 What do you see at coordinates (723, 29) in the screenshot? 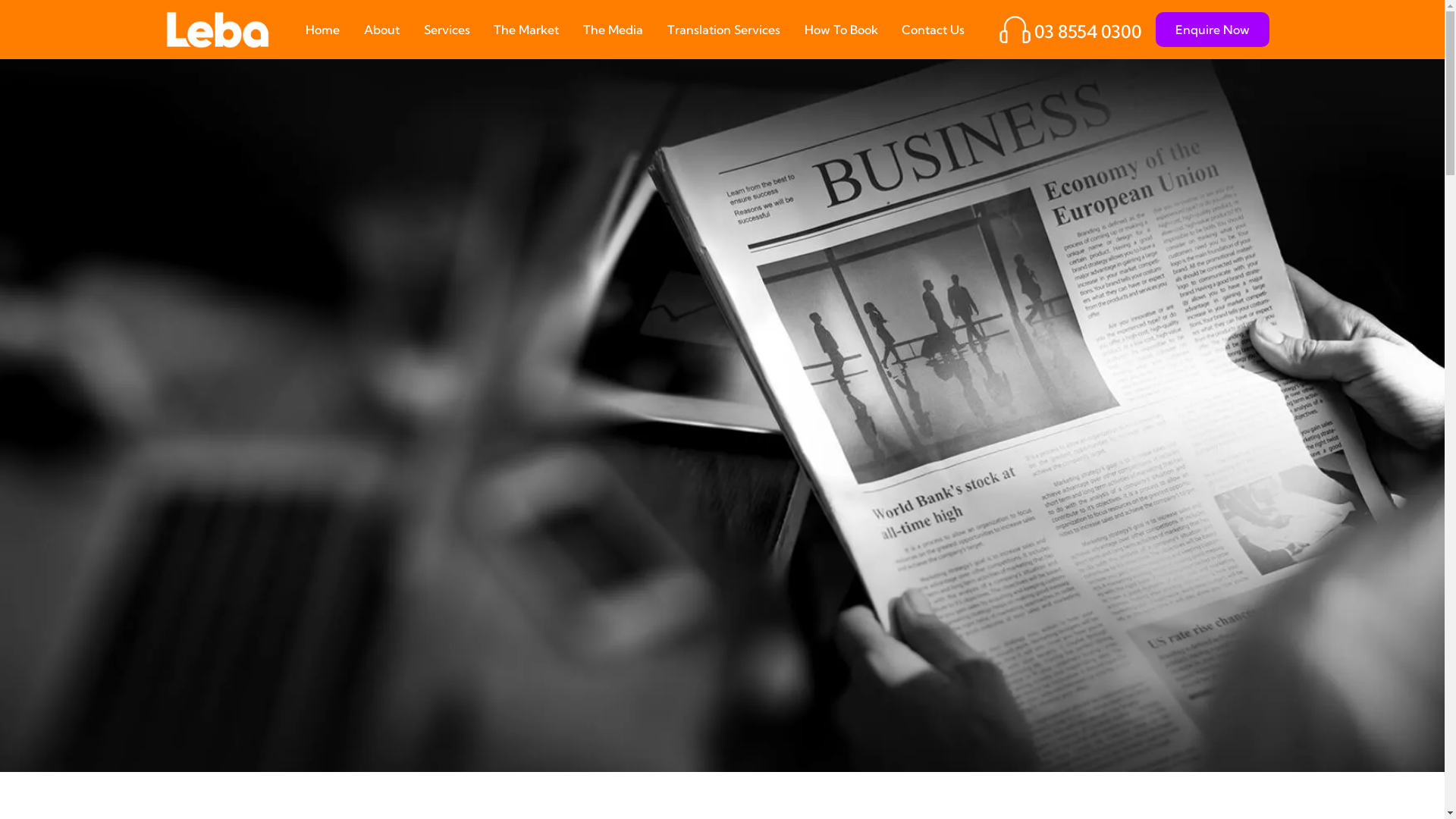
I see `'Translation Services'` at bounding box center [723, 29].